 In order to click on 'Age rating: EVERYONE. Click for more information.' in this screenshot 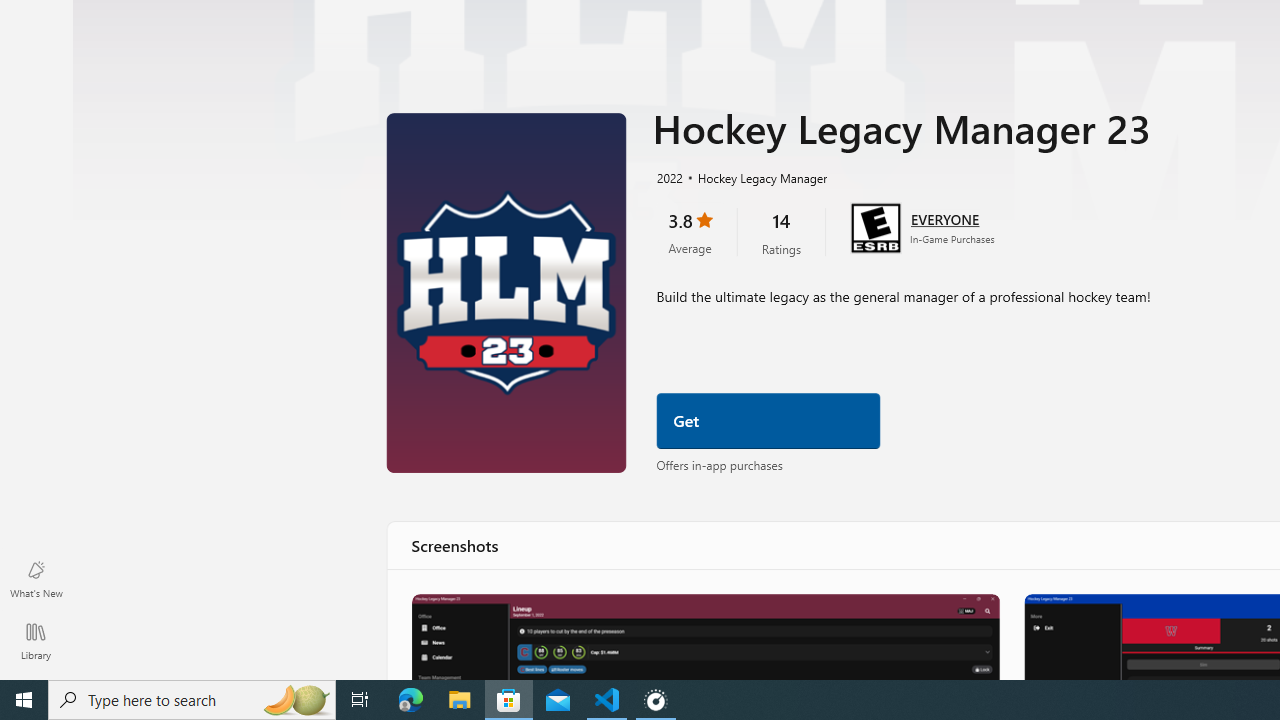, I will do `click(944, 218)`.